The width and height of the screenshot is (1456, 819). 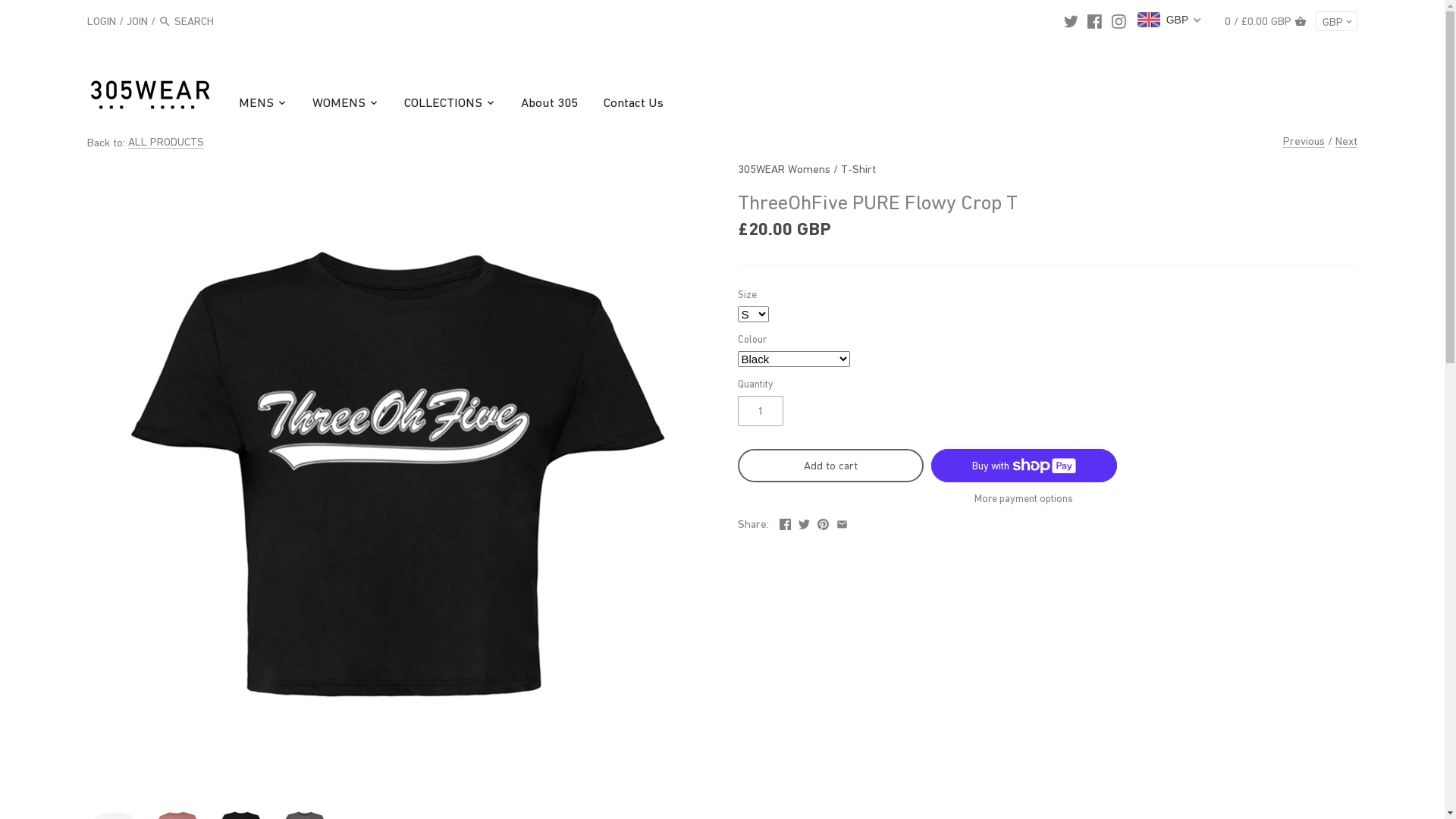 I want to click on 'Add to cart', so click(x=829, y=464).